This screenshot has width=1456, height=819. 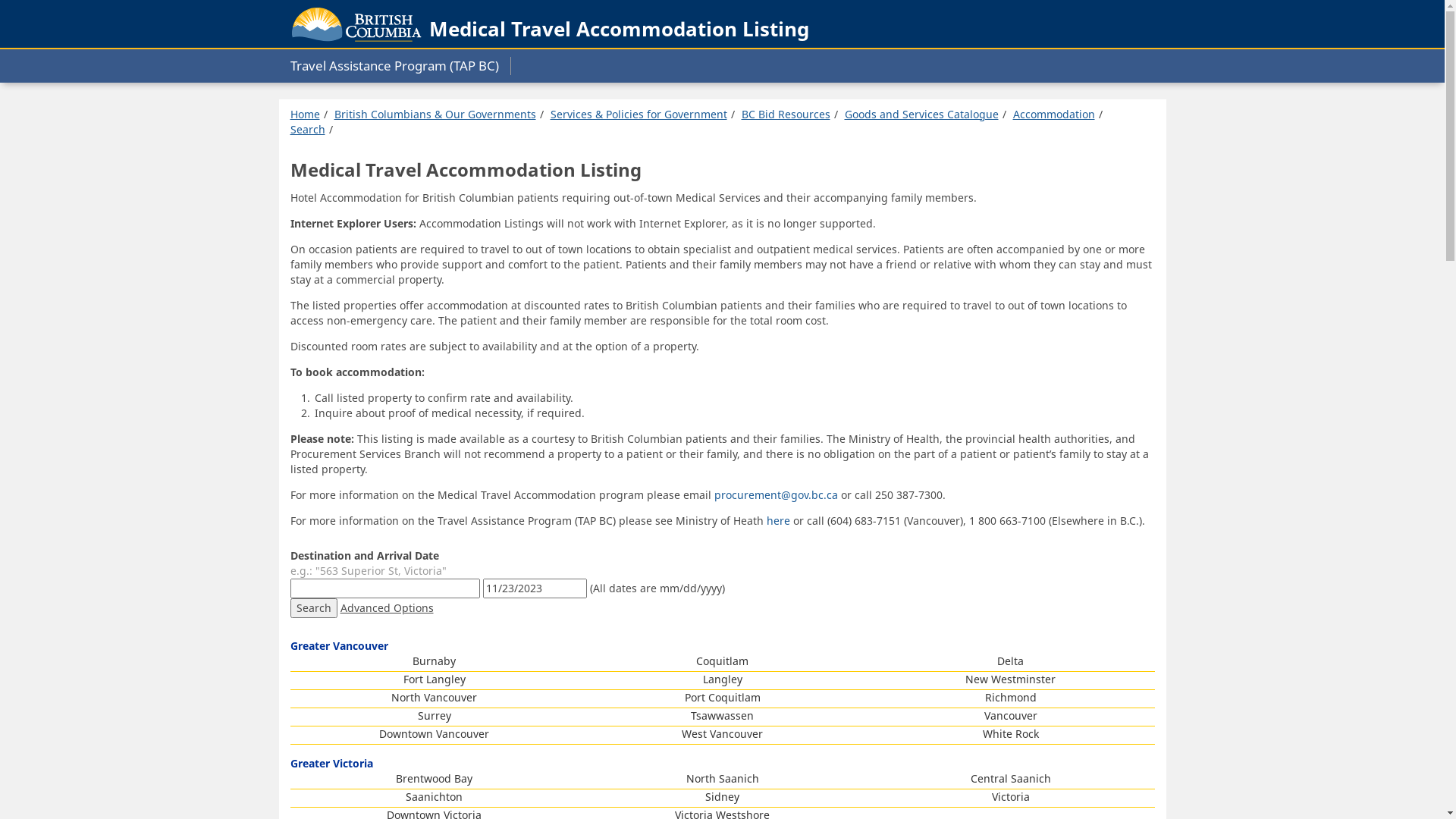 I want to click on 'White Rock', so click(x=1011, y=733).